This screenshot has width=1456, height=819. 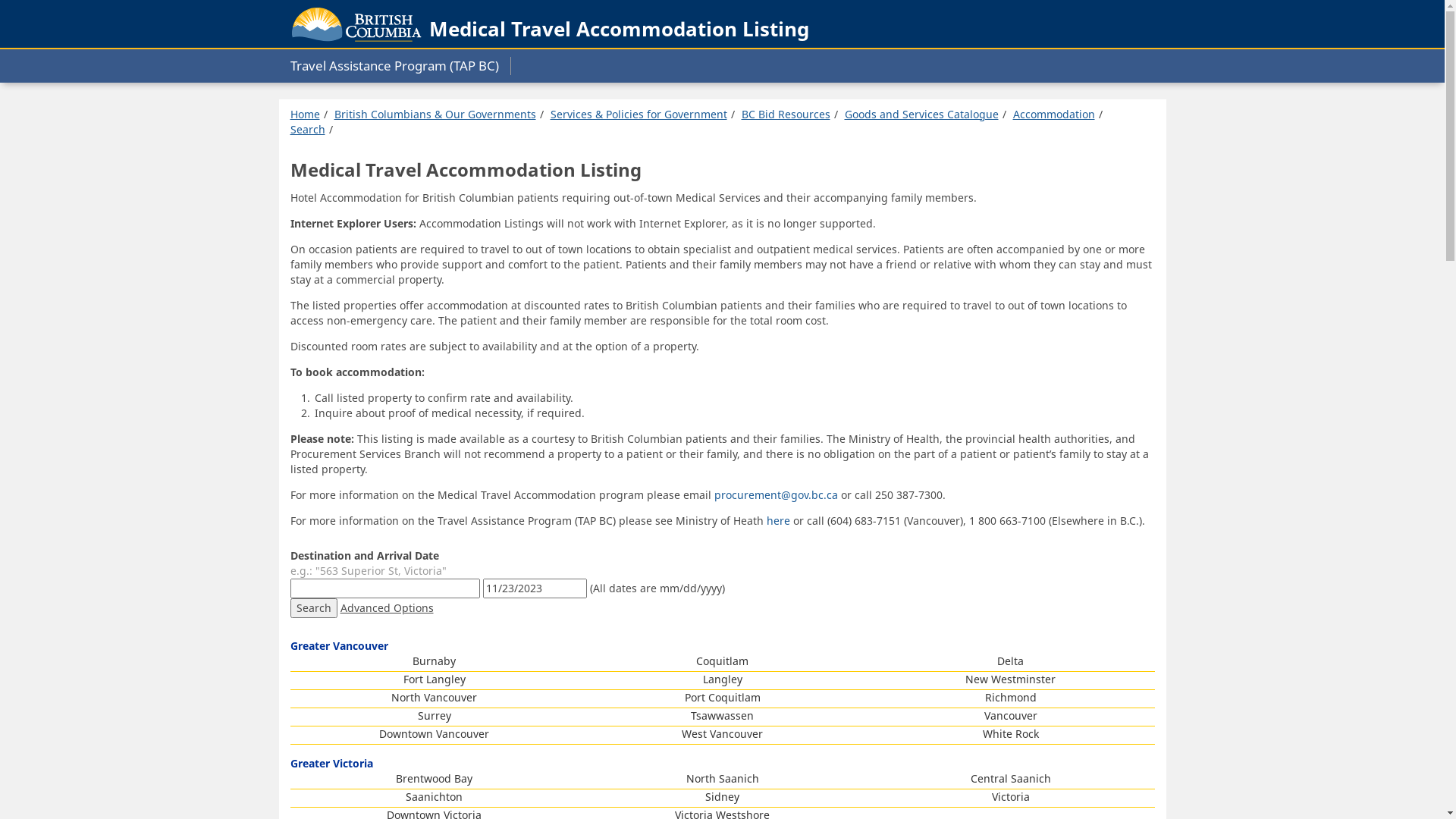 I want to click on 'White Rock', so click(x=1011, y=733).